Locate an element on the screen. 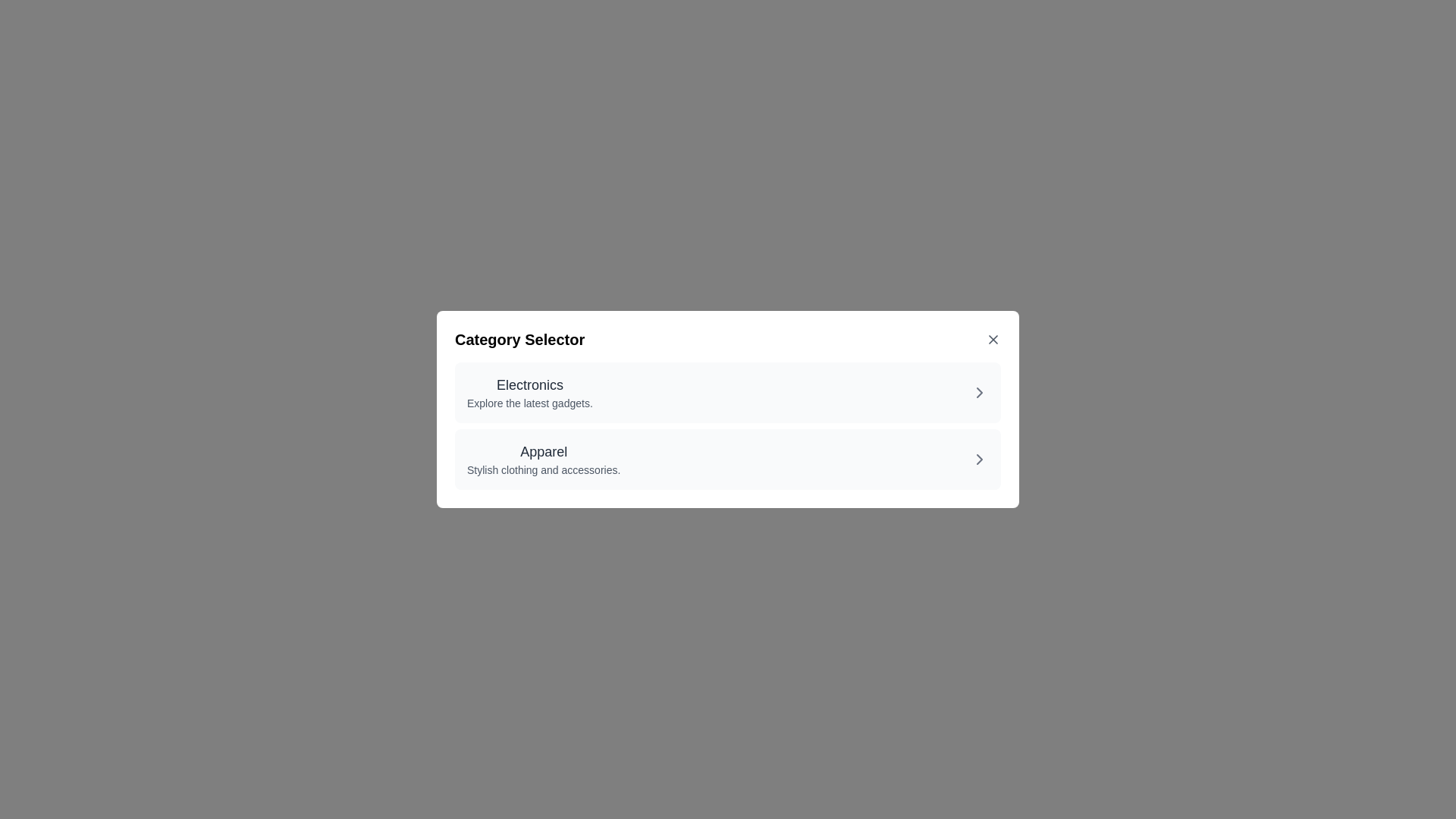 Image resolution: width=1456 pixels, height=819 pixels. text label 'Stylish clothing and accessories.' located below the 'Apparel' header in the 'Category Selector' section is located at coordinates (544, 469).